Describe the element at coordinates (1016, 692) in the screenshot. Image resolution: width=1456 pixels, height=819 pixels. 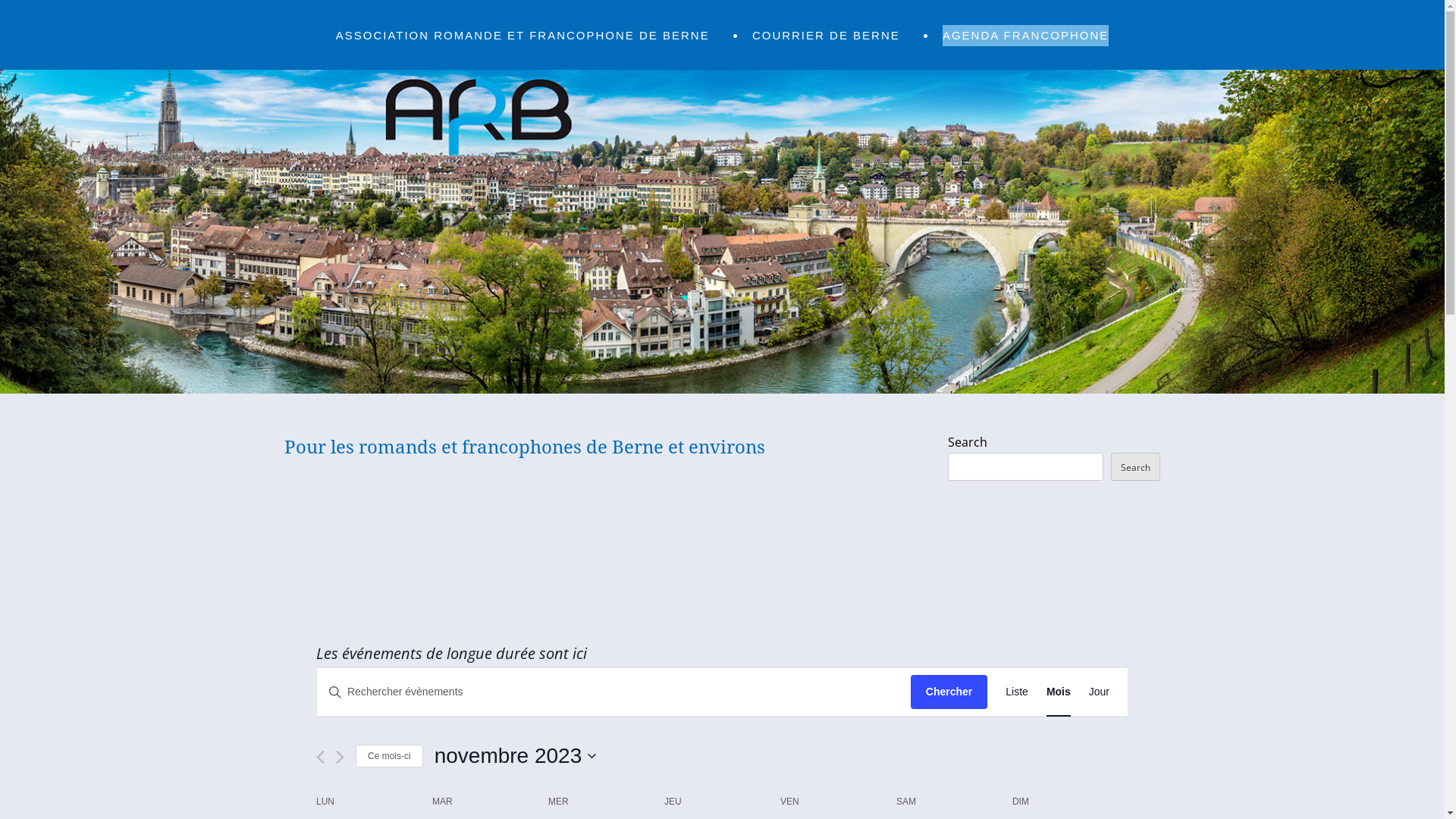
I see `'Liste'` at that location.